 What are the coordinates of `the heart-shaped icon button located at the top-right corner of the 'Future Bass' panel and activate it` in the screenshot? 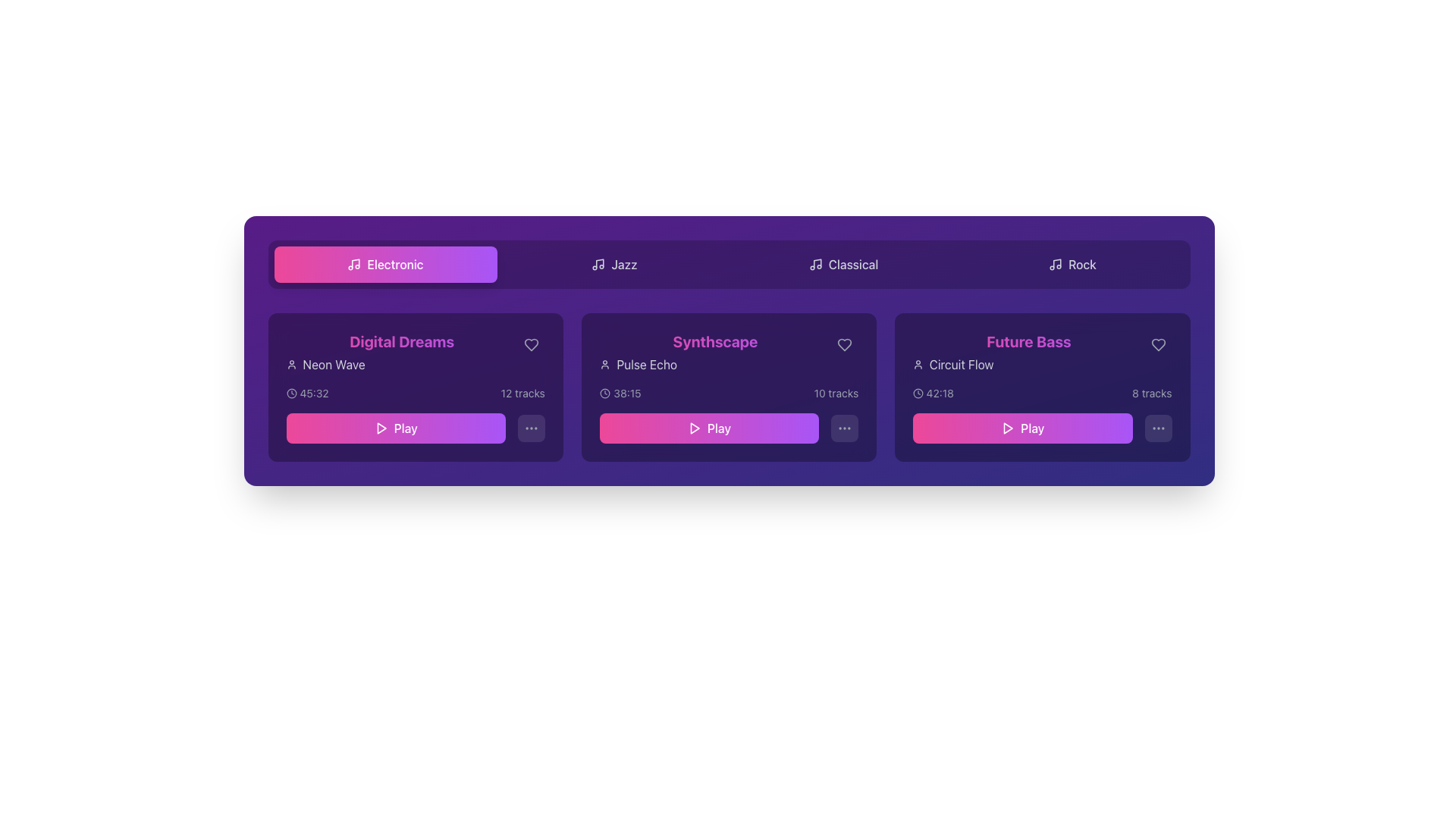 It's located at (1157, 345).